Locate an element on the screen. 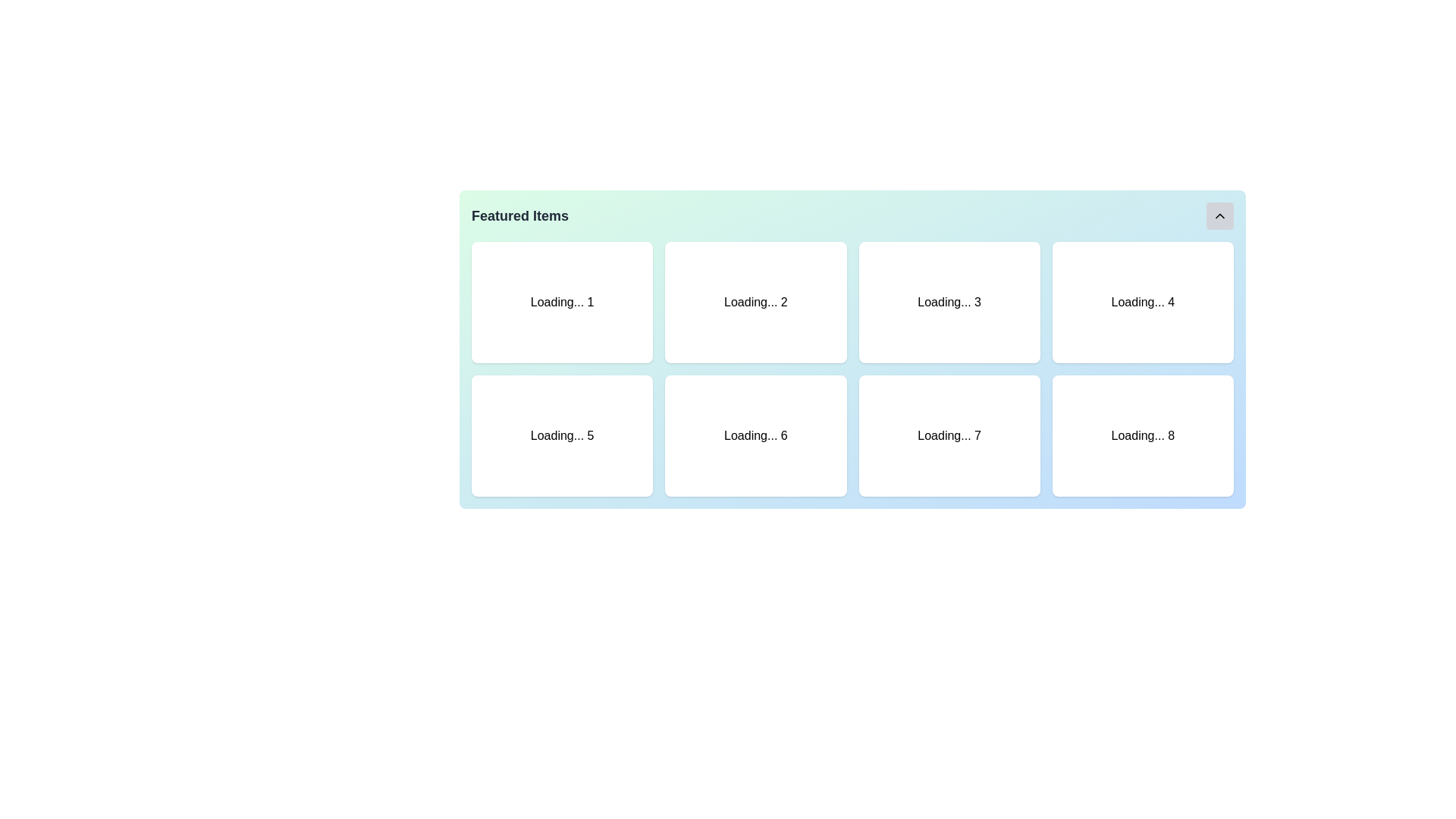  the loading box or placeholder located in the first row, first column of a grid layout, which indicates that an operation is in progress is located at coordinates (561, 302).